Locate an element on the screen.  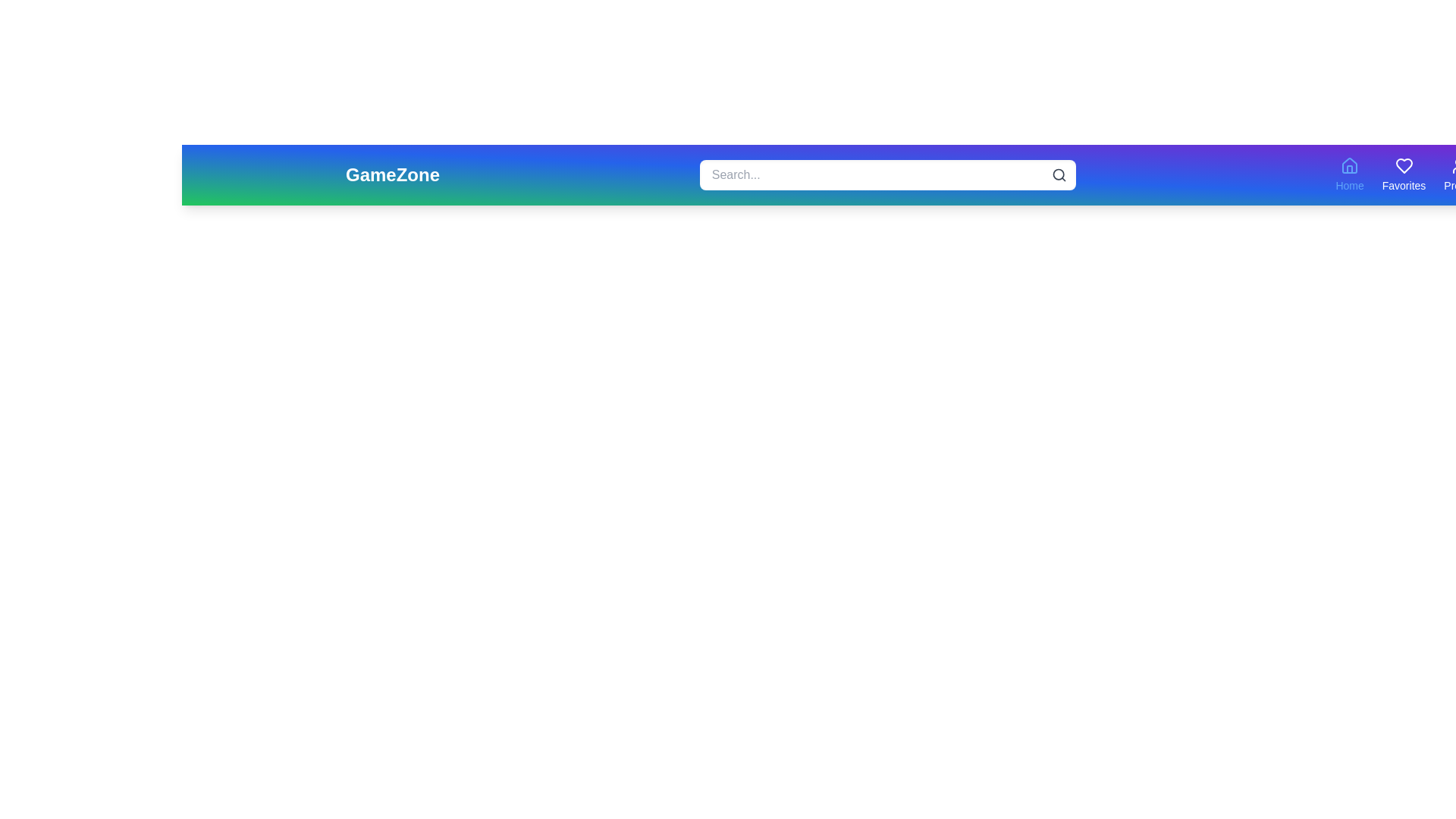
'Home' navigation button is located at coordinates (1350, 174).